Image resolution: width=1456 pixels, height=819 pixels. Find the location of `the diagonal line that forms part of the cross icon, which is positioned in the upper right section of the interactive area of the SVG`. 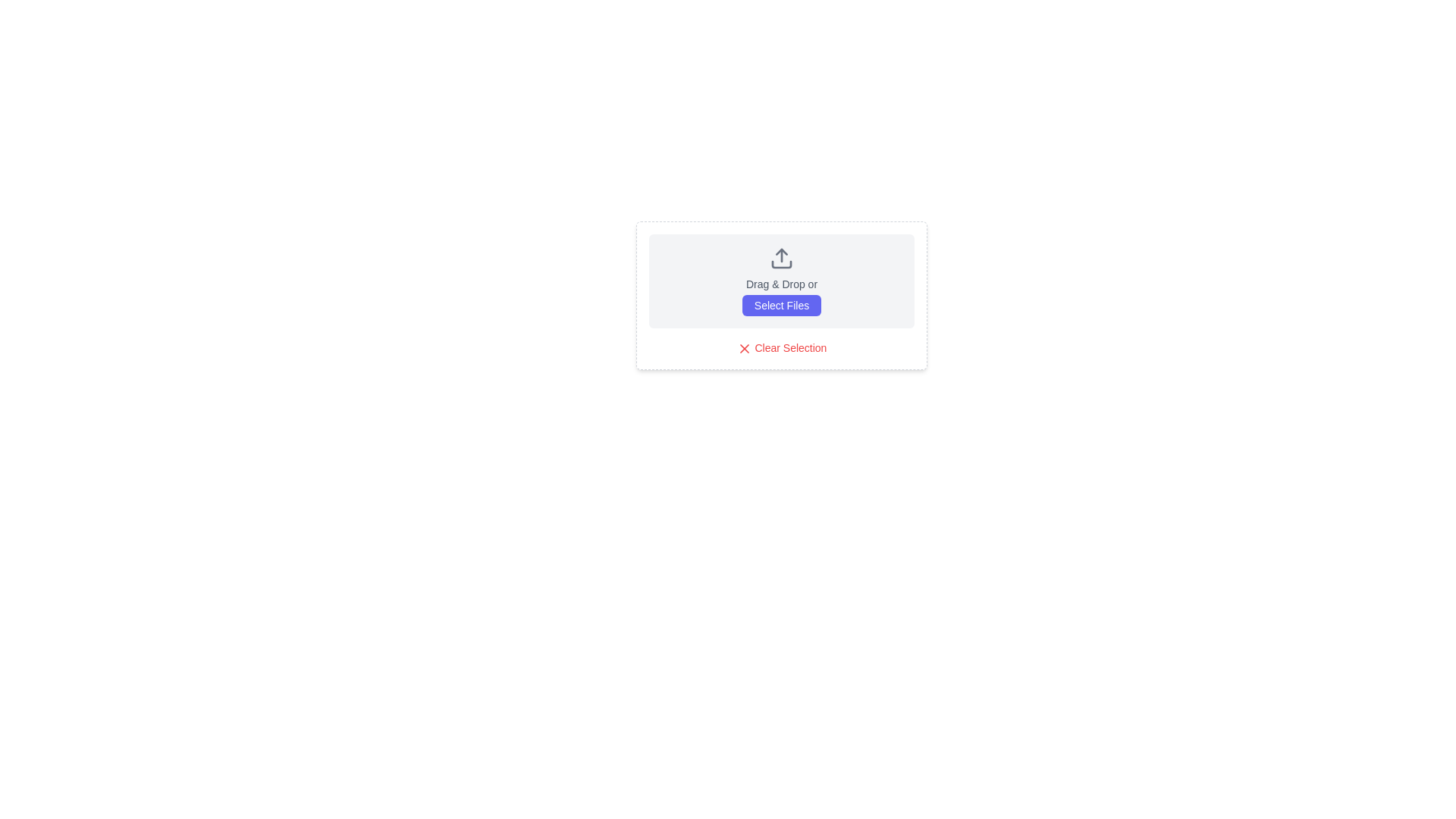

the diagonal line that forms part of the cross icon, which is positioned in the upper right section of the interactive area of the SVG is located at coordinates (744, 349).